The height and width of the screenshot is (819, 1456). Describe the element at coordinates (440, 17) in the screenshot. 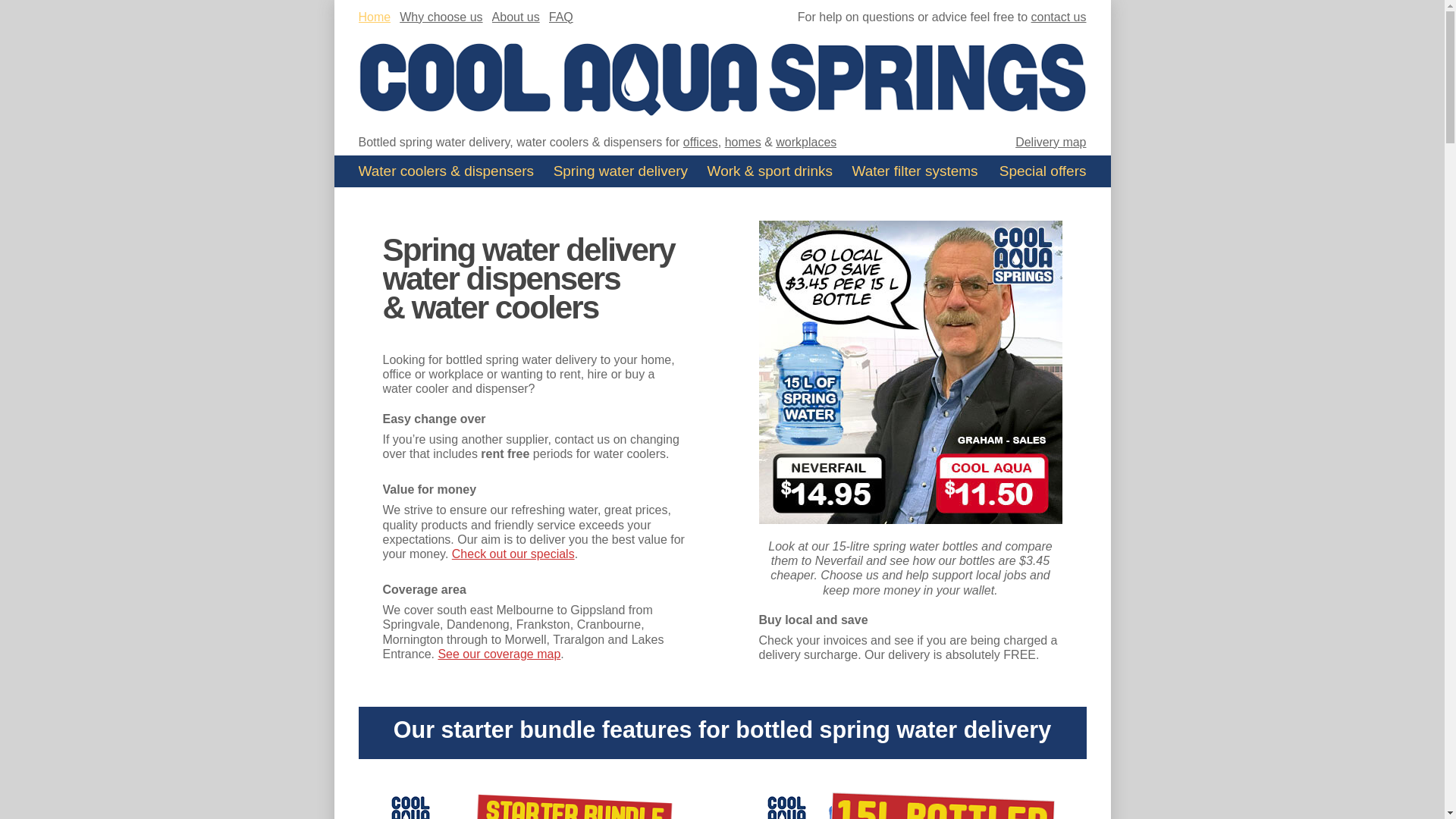

I see `'Why choose us'` at that location.